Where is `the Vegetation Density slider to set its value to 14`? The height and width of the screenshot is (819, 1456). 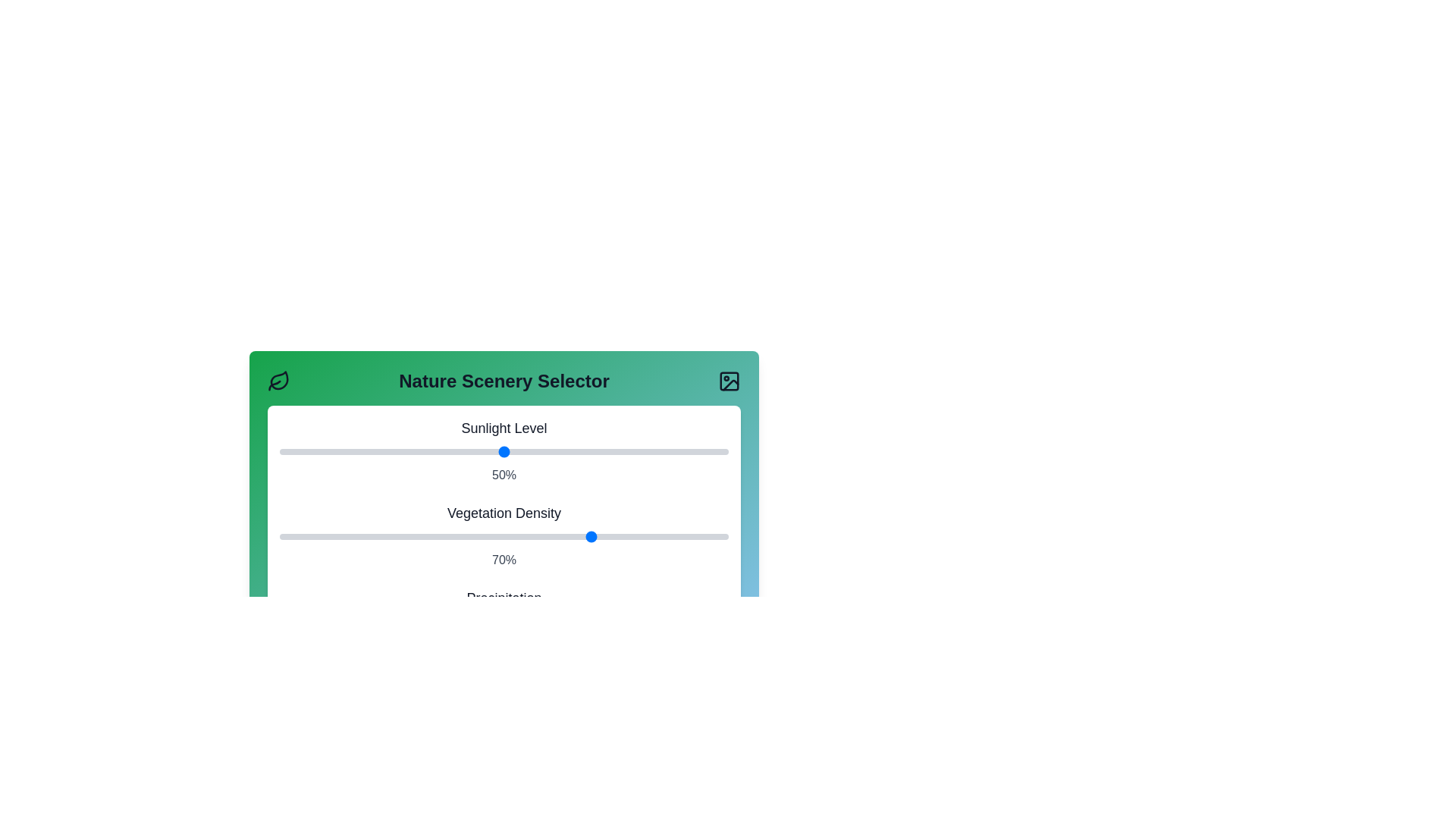 the Vegetation Density slider to set its value to 14 is located at coordinates (341, 536).